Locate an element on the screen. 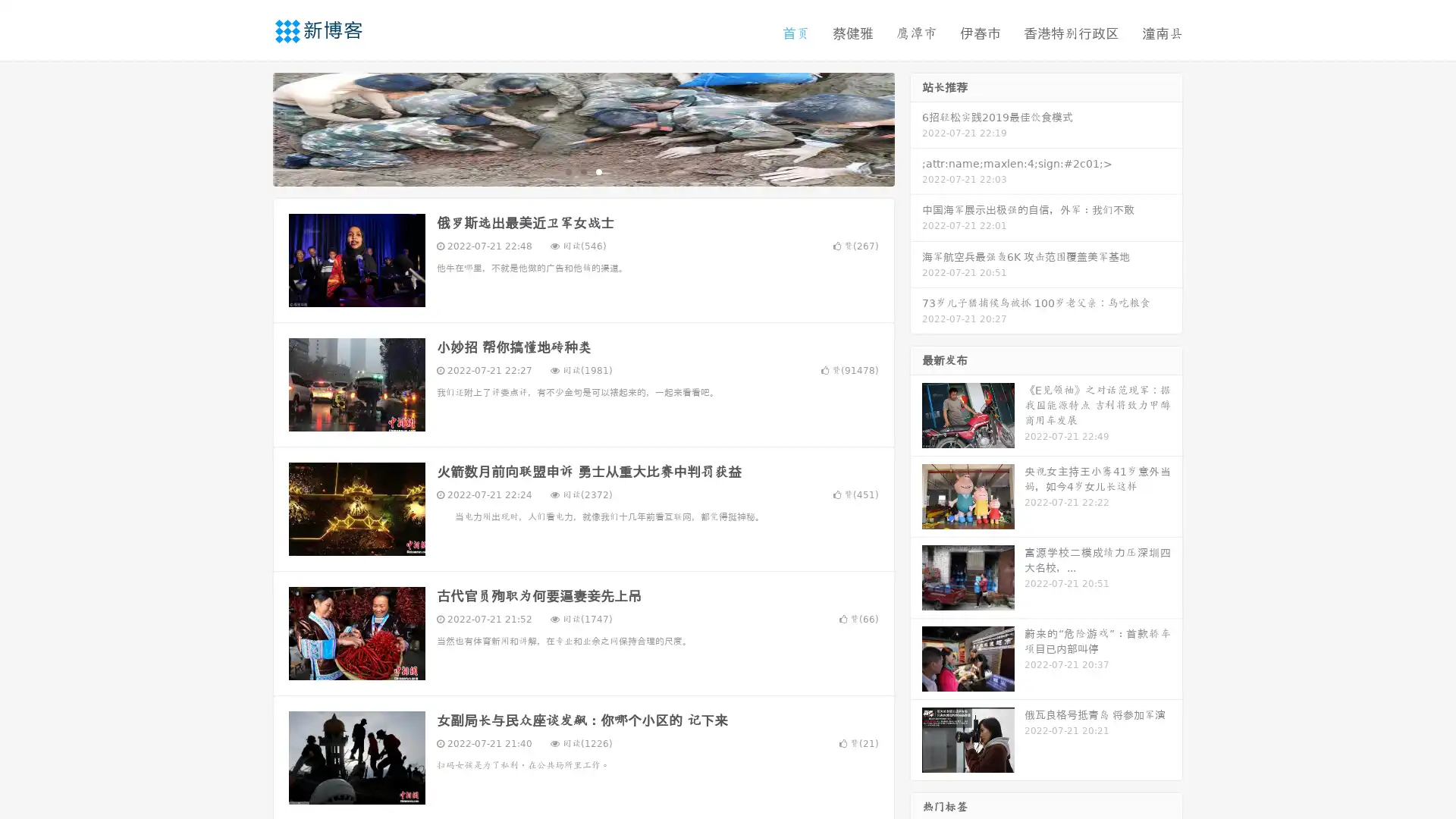 This screenshot has width=1456, height=819. Go to slide 1 is located at coordinates (567, 171).